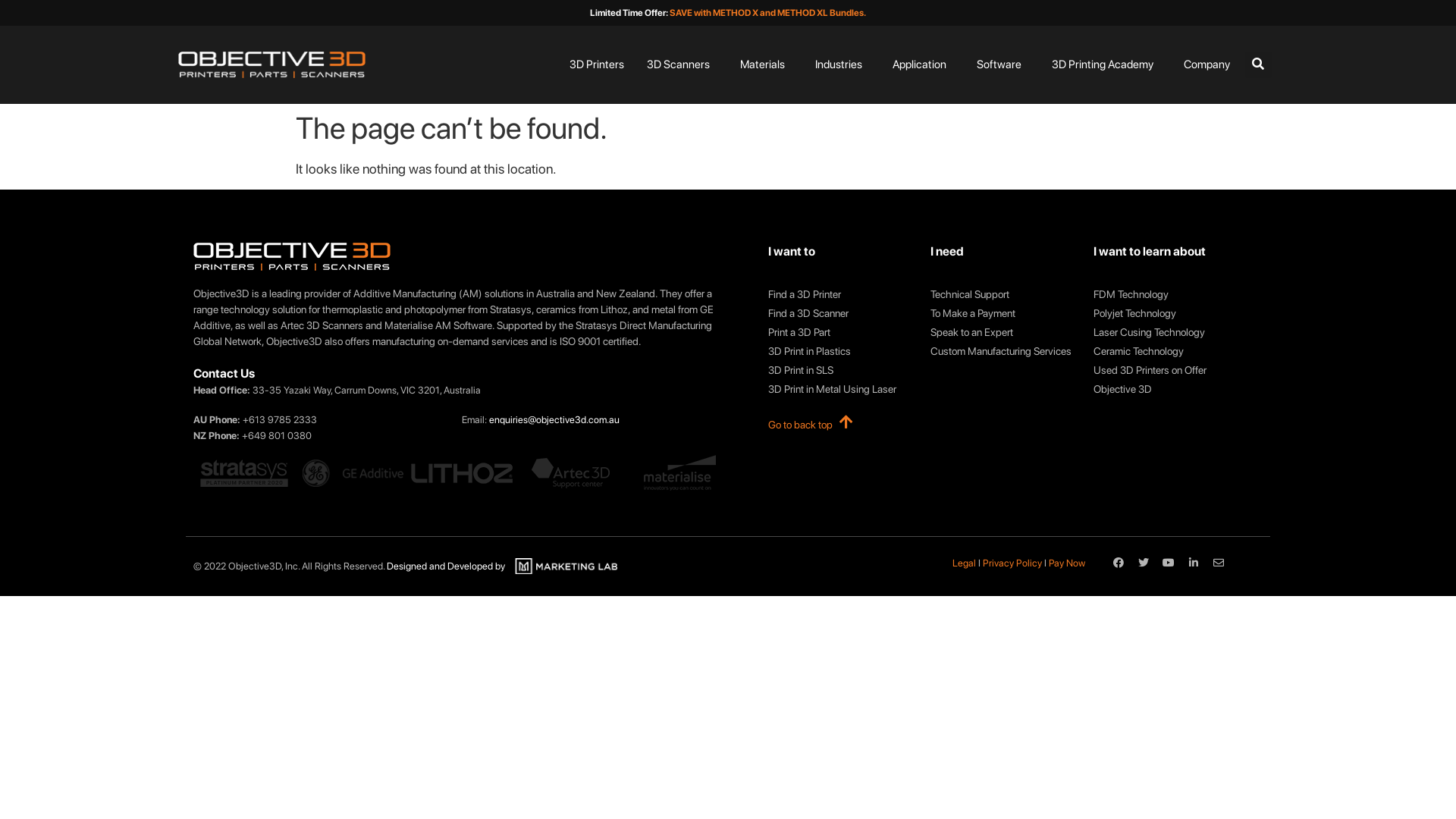 The image size is (1456, 819). I want to click on 'Privacy Policy', so click(1012, 563).